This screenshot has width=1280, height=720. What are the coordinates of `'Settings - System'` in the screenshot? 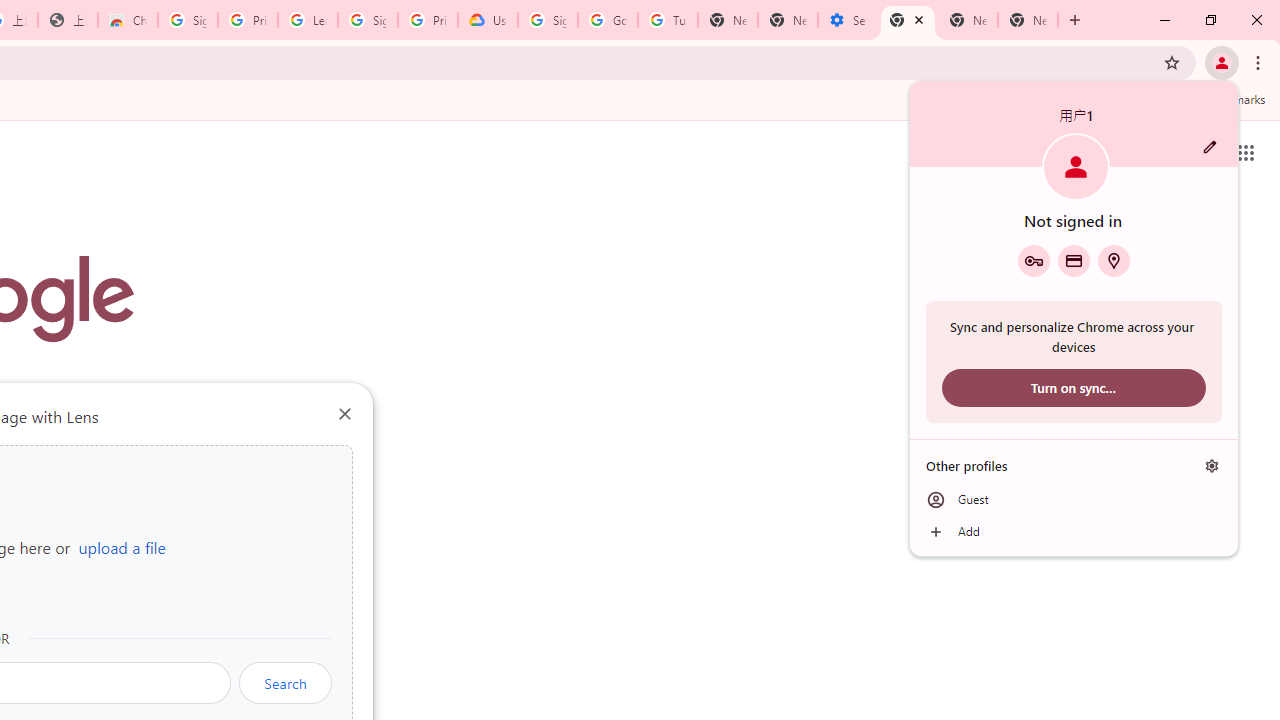 It's located at (848, 20).